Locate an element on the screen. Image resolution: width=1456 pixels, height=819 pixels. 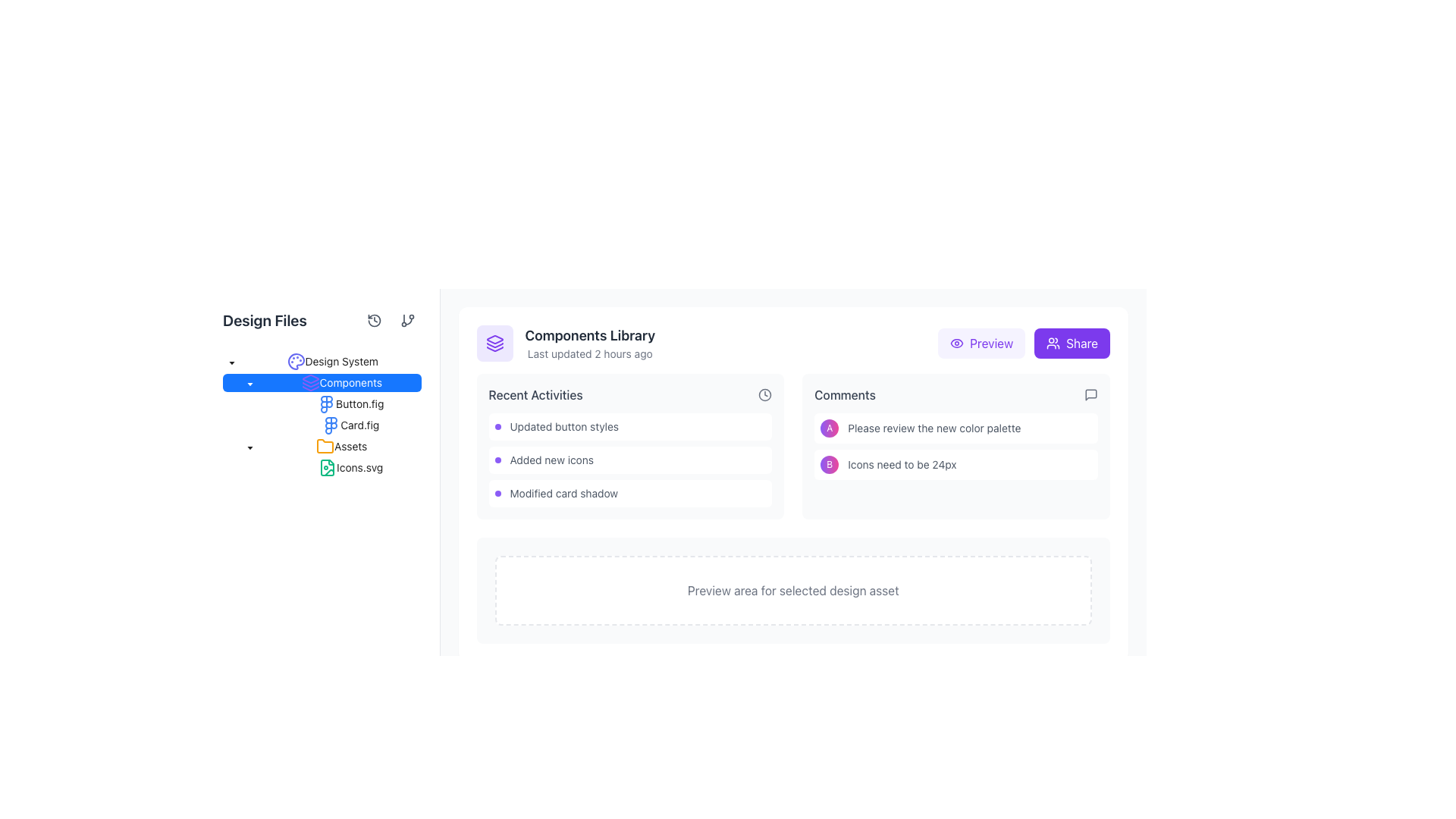
text content of the Informational Panel that contains a violet icon and the text 'Components Library' and 'Last updated 2 hours ago' is located at coordinates (565, 343).